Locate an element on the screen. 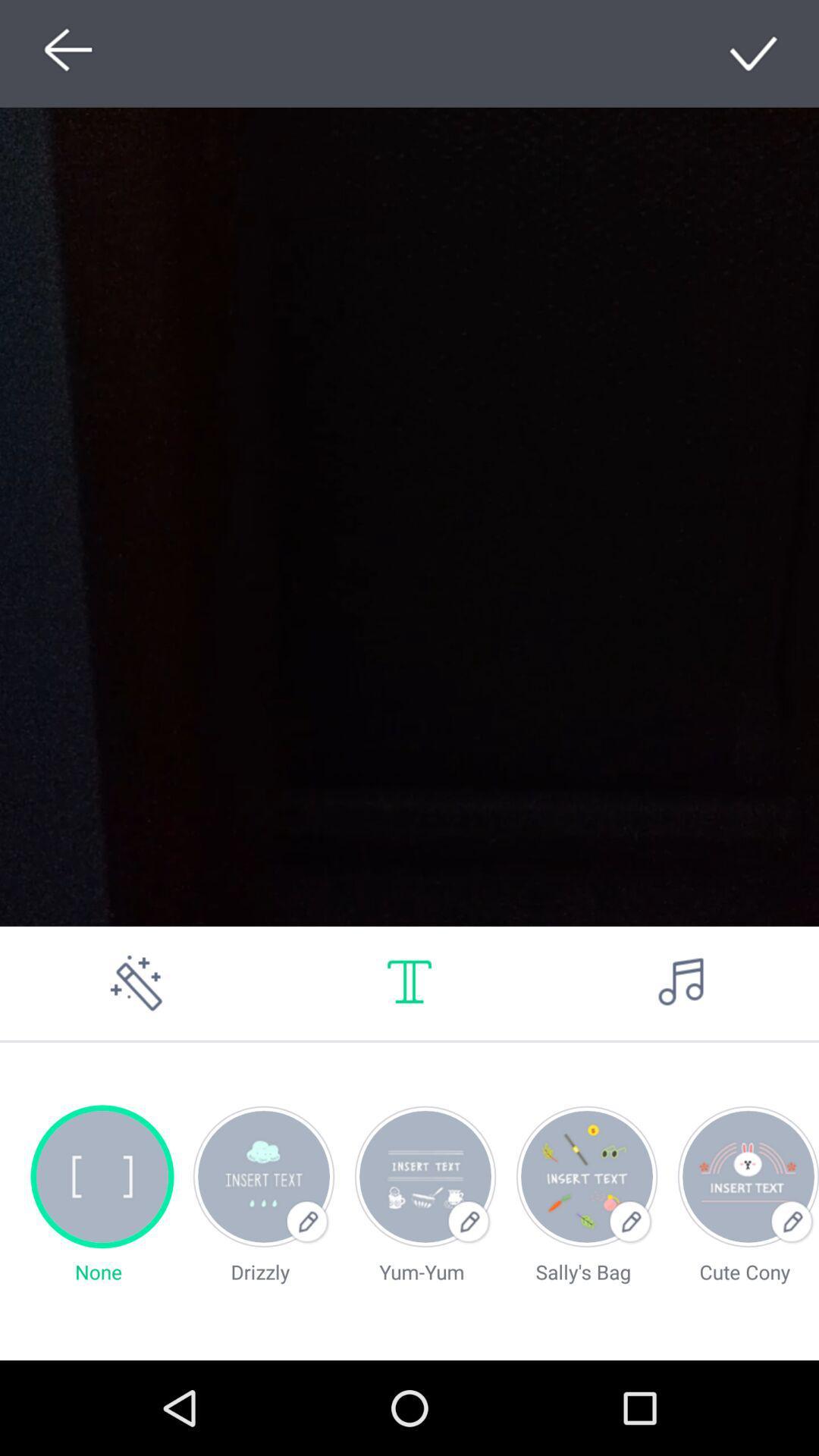  go back is located at coordinates (63, 53).